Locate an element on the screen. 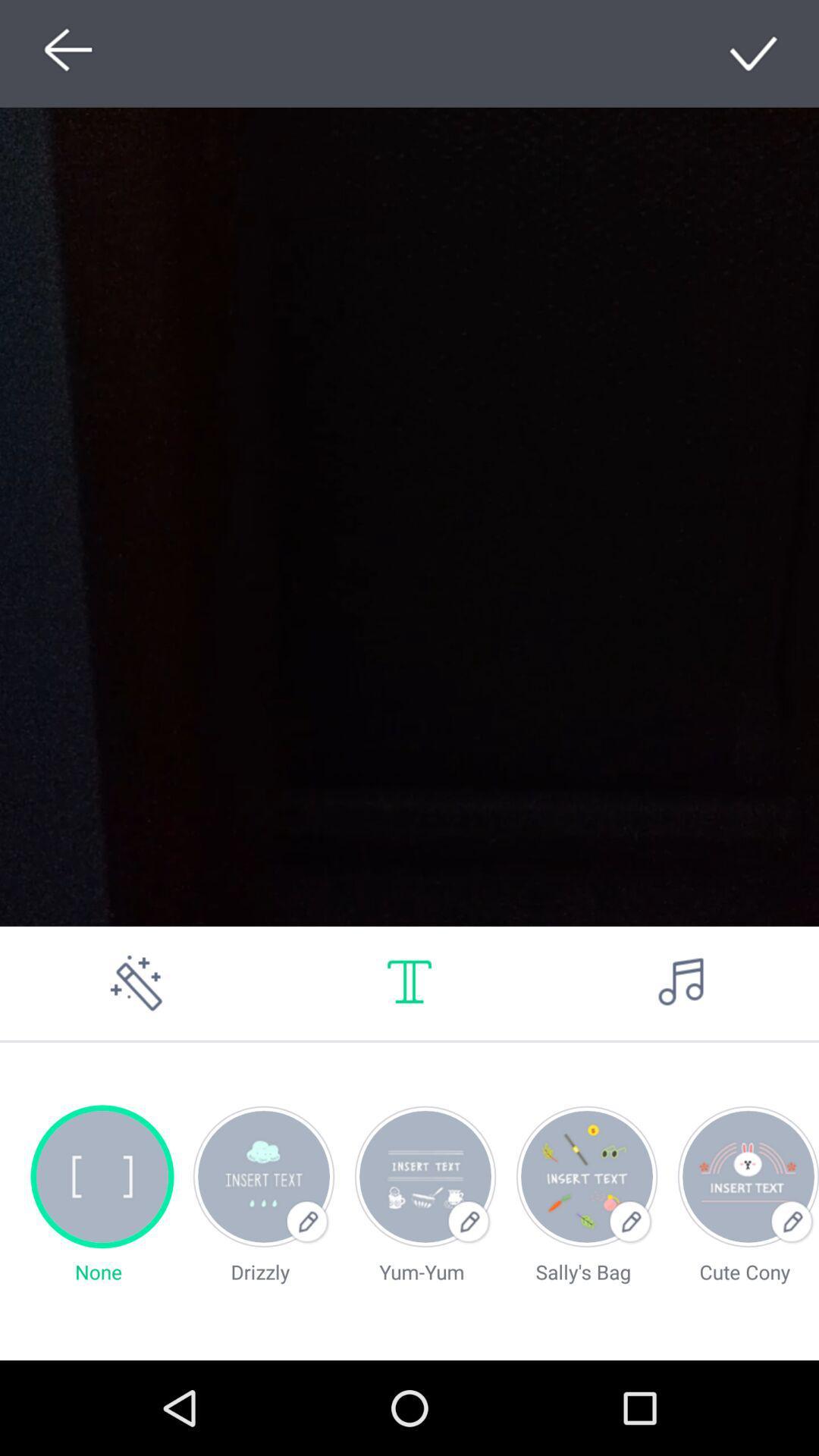  go back is located at coordinates (63, 53).